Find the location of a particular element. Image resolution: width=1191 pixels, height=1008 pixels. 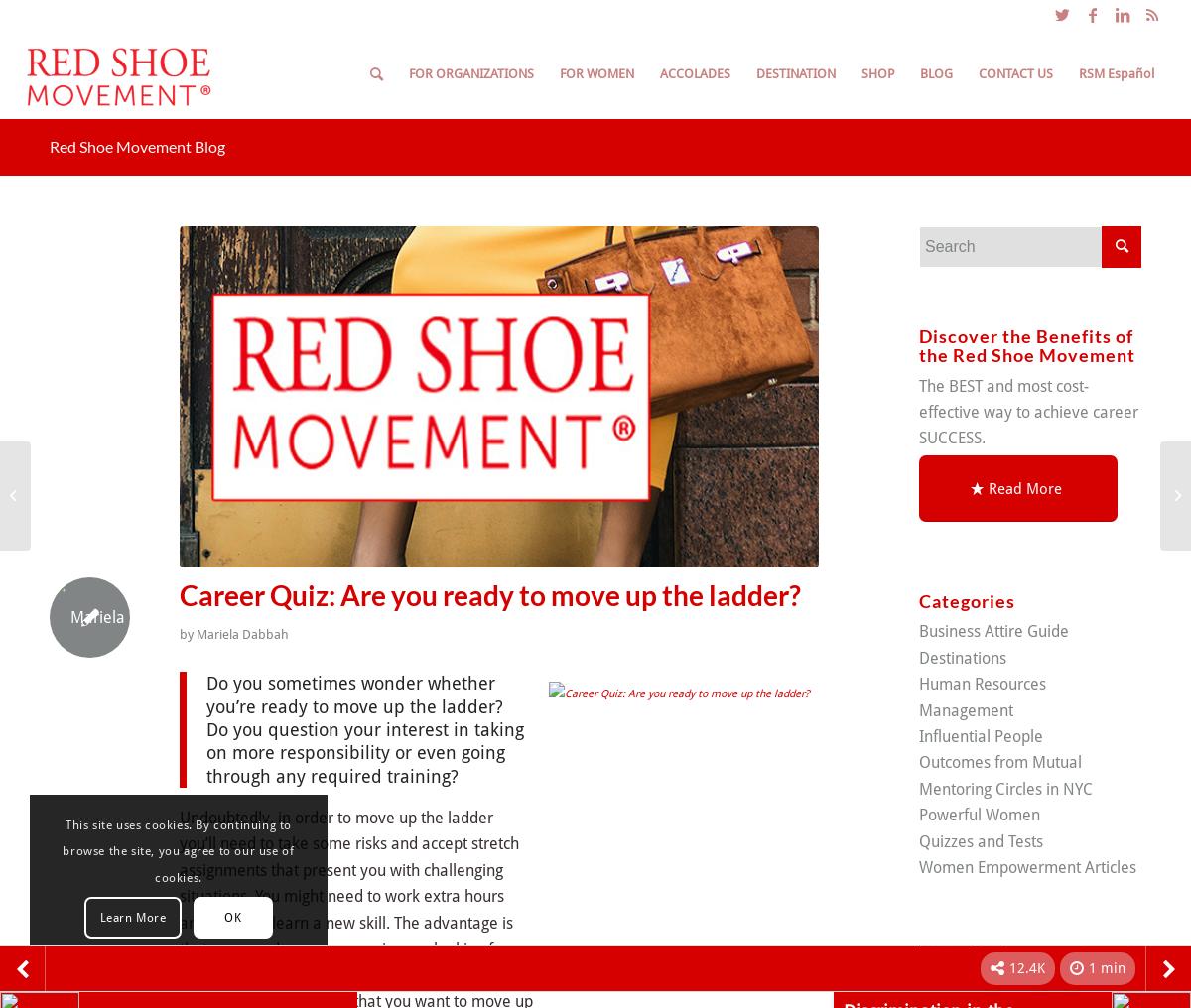

'Do you sometimes wonder whether you’re ready to move up the ladder?  Do you question your interest in taking on more responsibility or even going through any required training?' is located at coordinates (365, 728).